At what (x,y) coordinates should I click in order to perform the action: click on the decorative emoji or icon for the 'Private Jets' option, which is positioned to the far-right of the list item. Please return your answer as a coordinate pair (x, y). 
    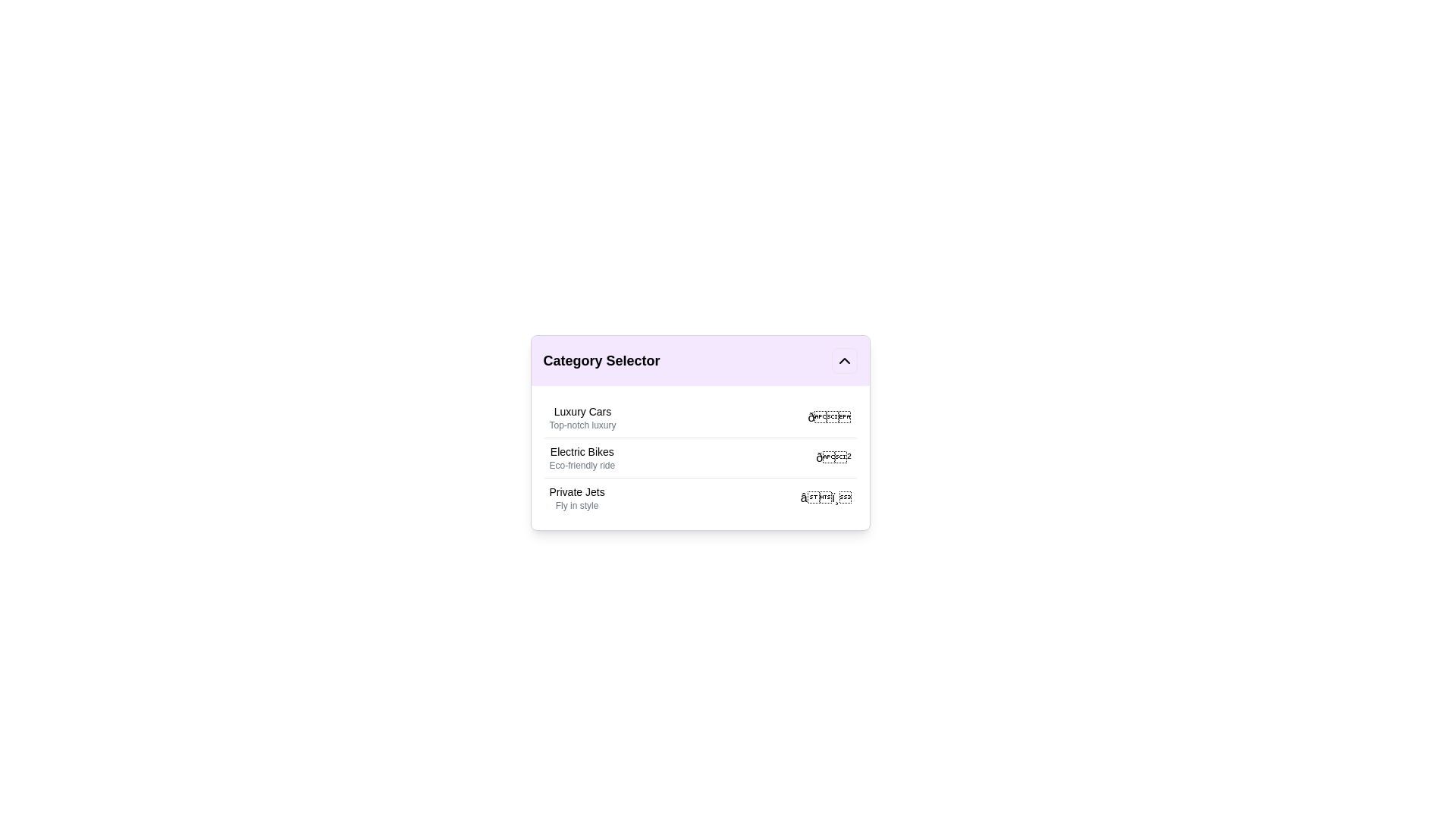
    Looking at the image, I should click on (825, 497).